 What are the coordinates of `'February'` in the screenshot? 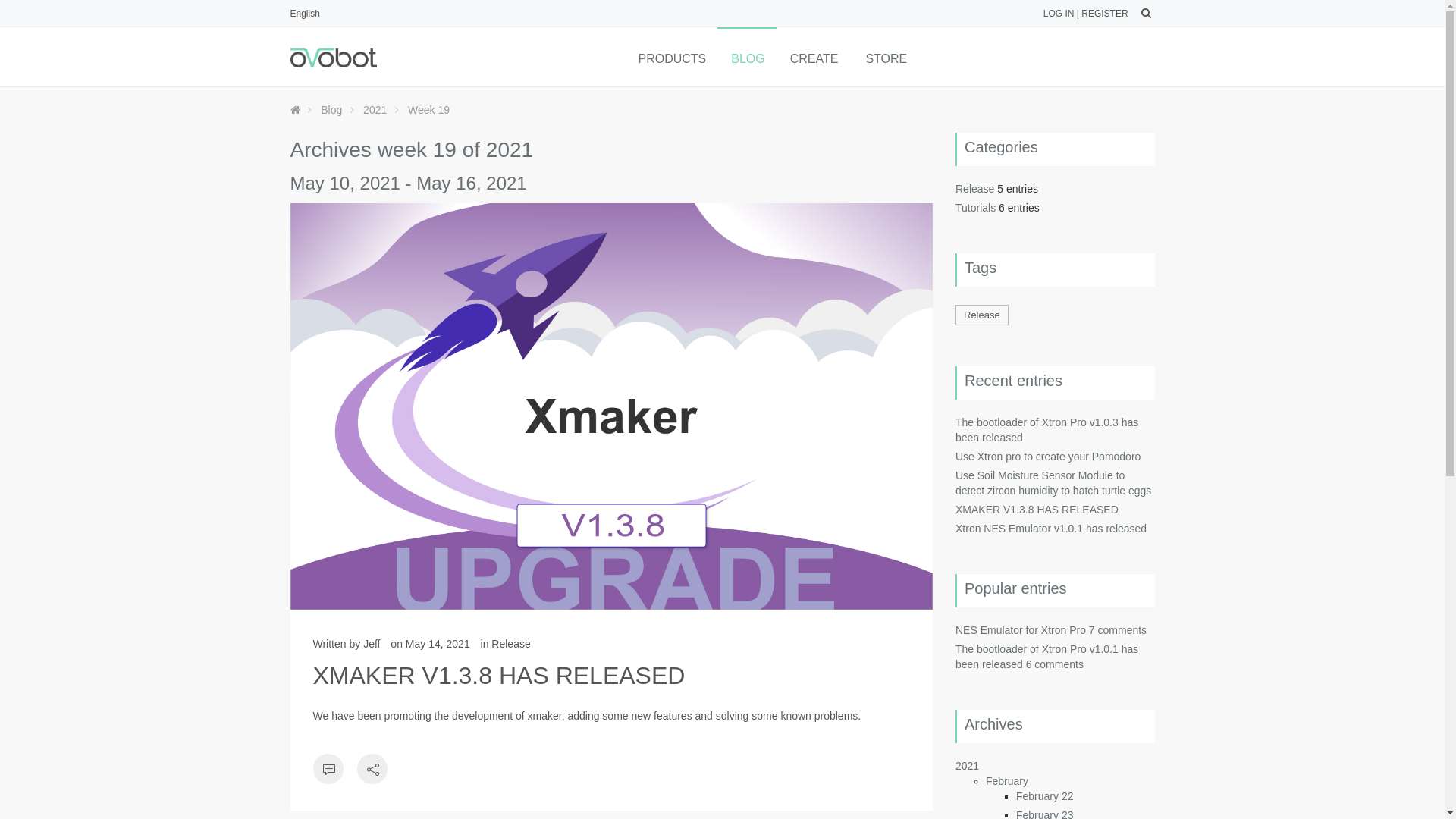 It's located at (1007, 780).